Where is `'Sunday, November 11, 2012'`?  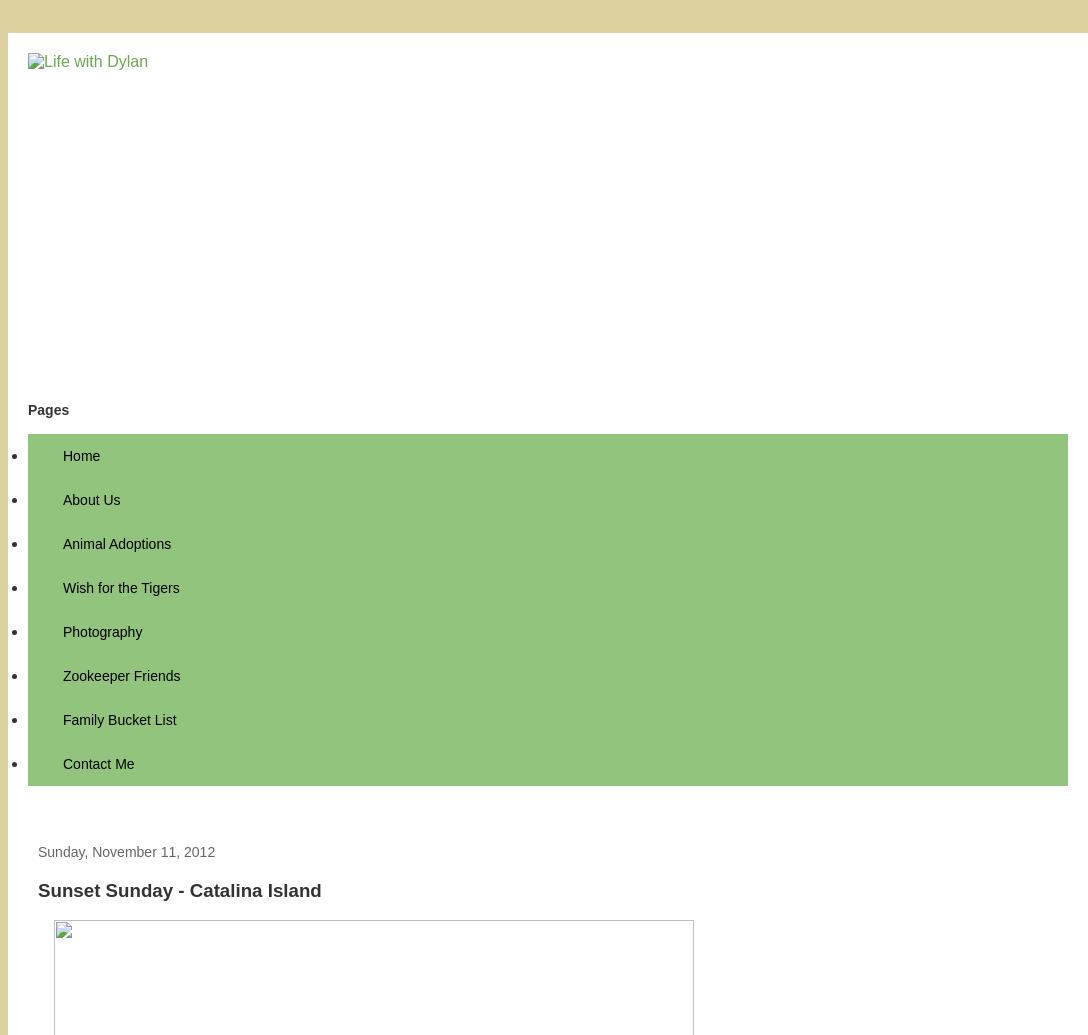
'Sunday, November 11, 2012' is located at coordinates (126, 849).